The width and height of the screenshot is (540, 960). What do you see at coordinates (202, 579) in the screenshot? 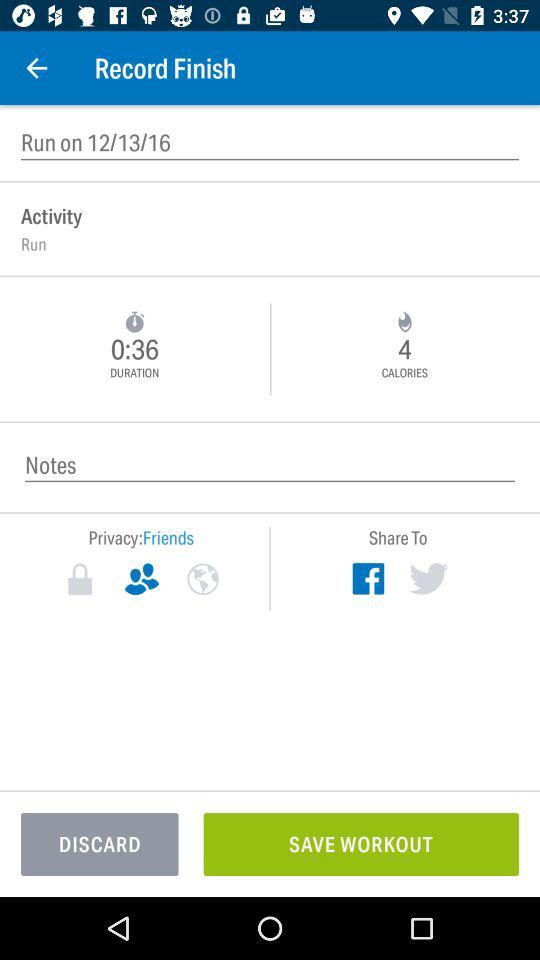
I see `public` at bounding box center [202, 579].